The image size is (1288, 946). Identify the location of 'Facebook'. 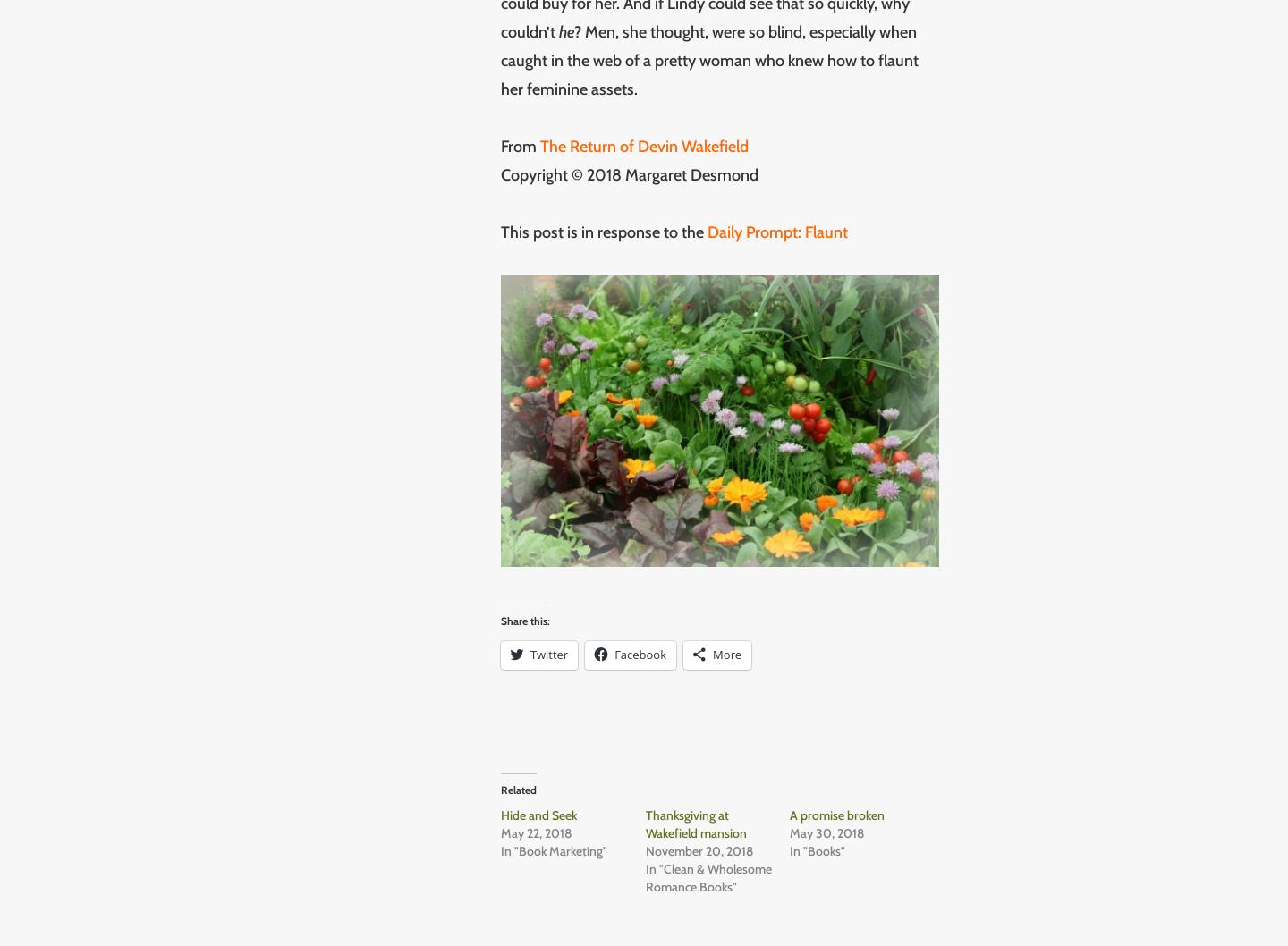
(640, 653).